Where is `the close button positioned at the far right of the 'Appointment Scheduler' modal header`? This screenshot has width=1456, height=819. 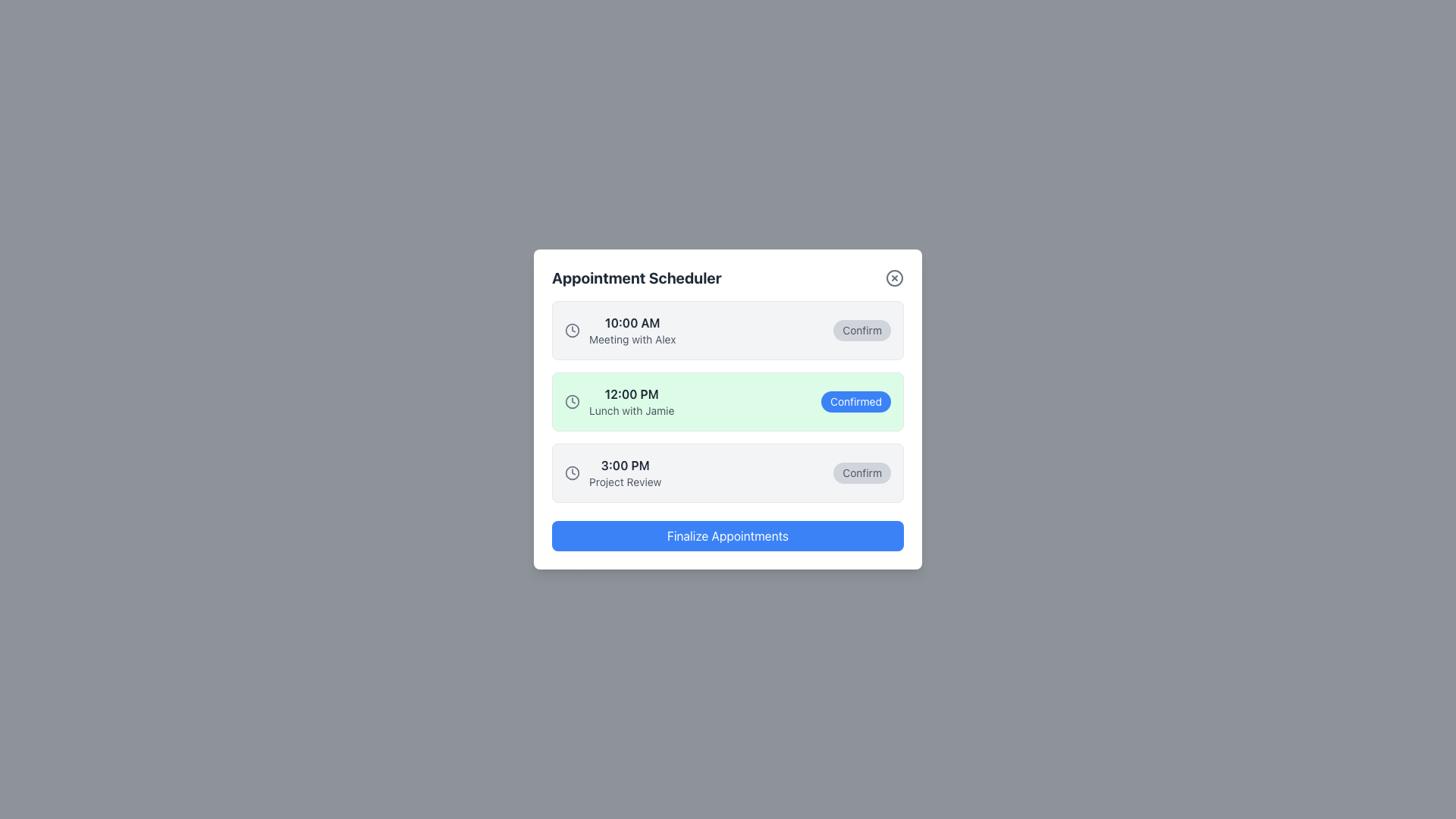 the close button positioned at the far right of the 'Appointment Scheduler' modal header is located at coordinates (895, 278).